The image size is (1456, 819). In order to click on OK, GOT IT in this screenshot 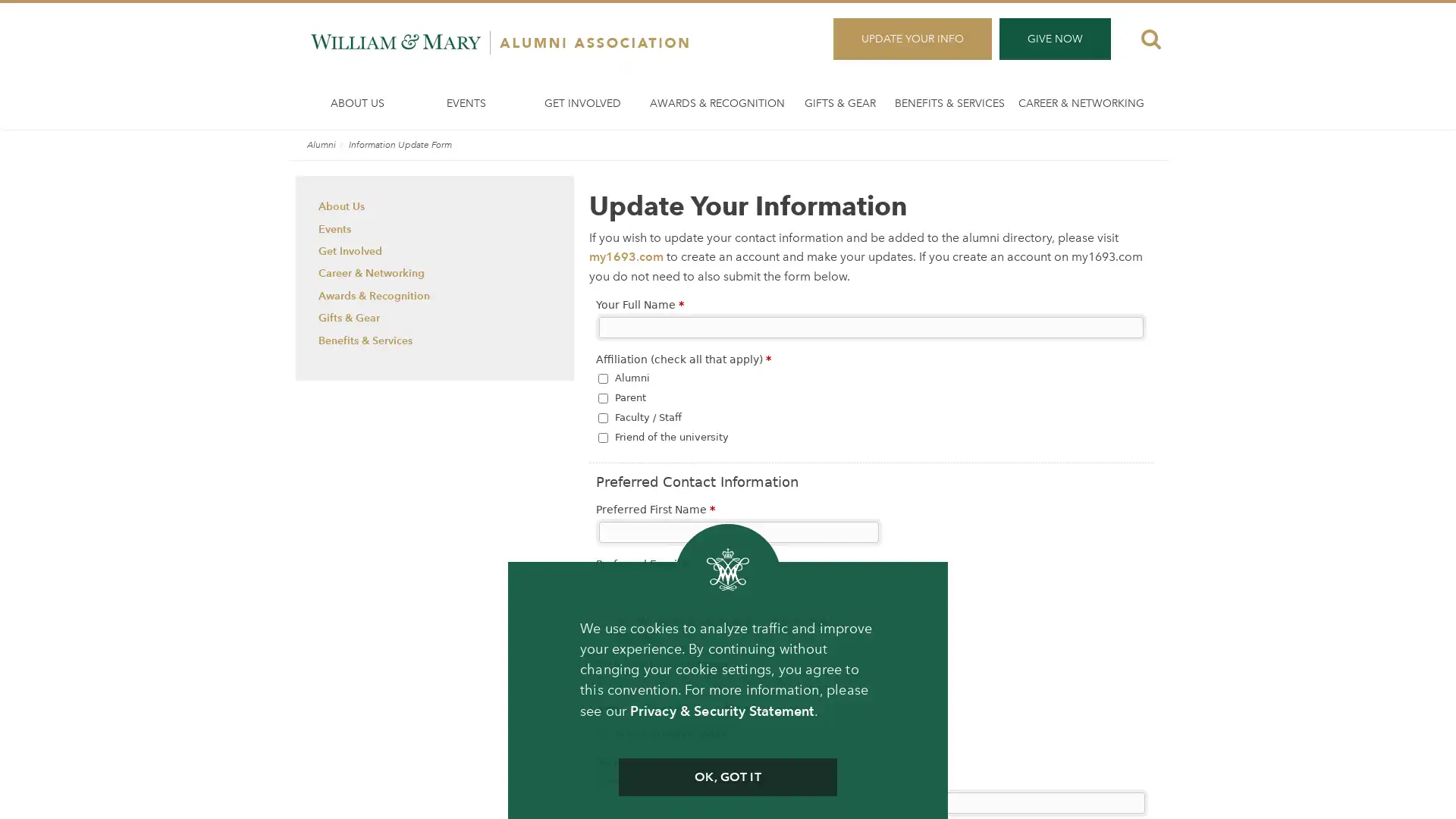, I will do `click(726, 777)`.